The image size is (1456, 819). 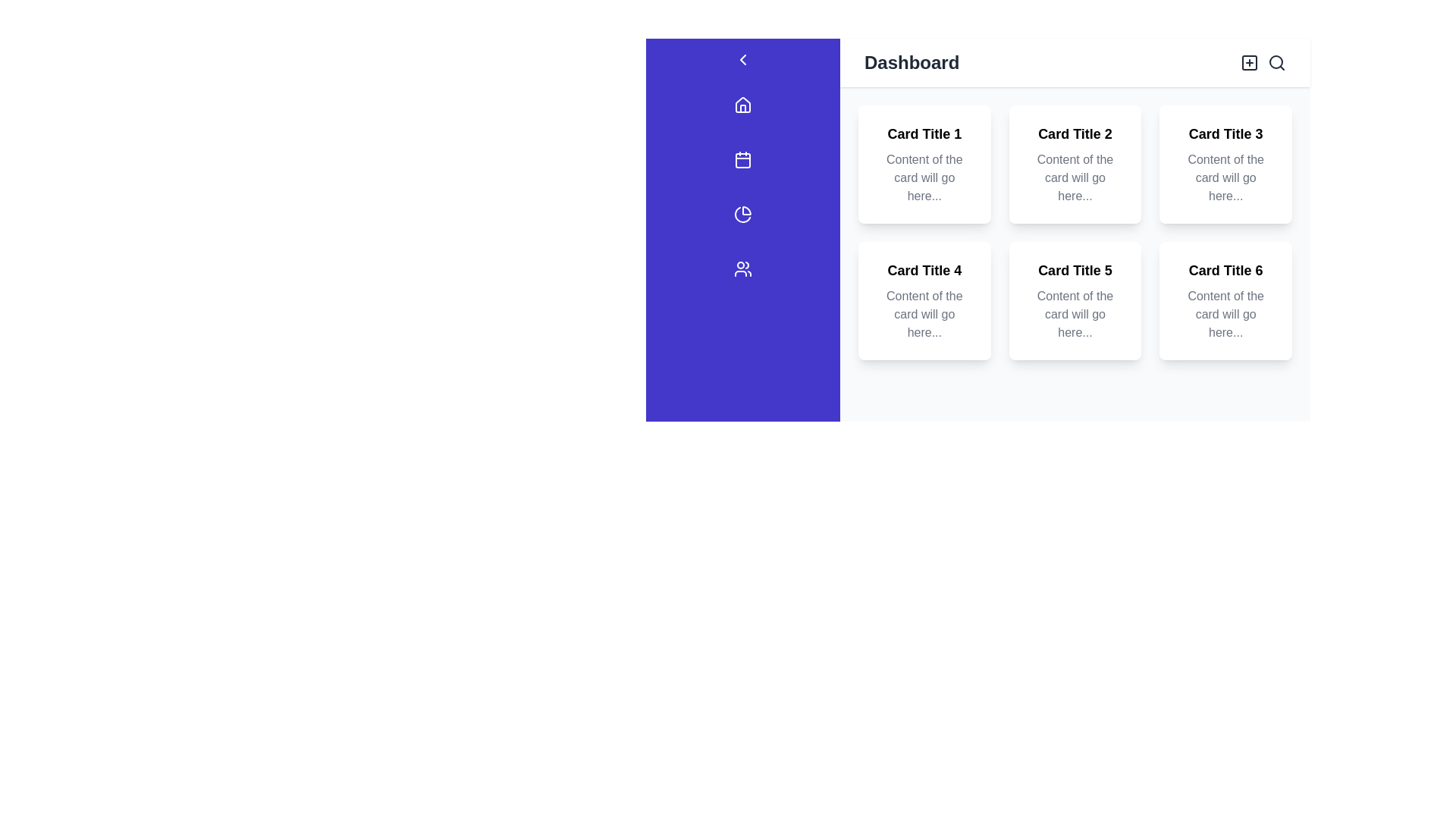 I want to click on the 'Add' button located in the top-right corner of the user interface, so click(x=1249, y=62).